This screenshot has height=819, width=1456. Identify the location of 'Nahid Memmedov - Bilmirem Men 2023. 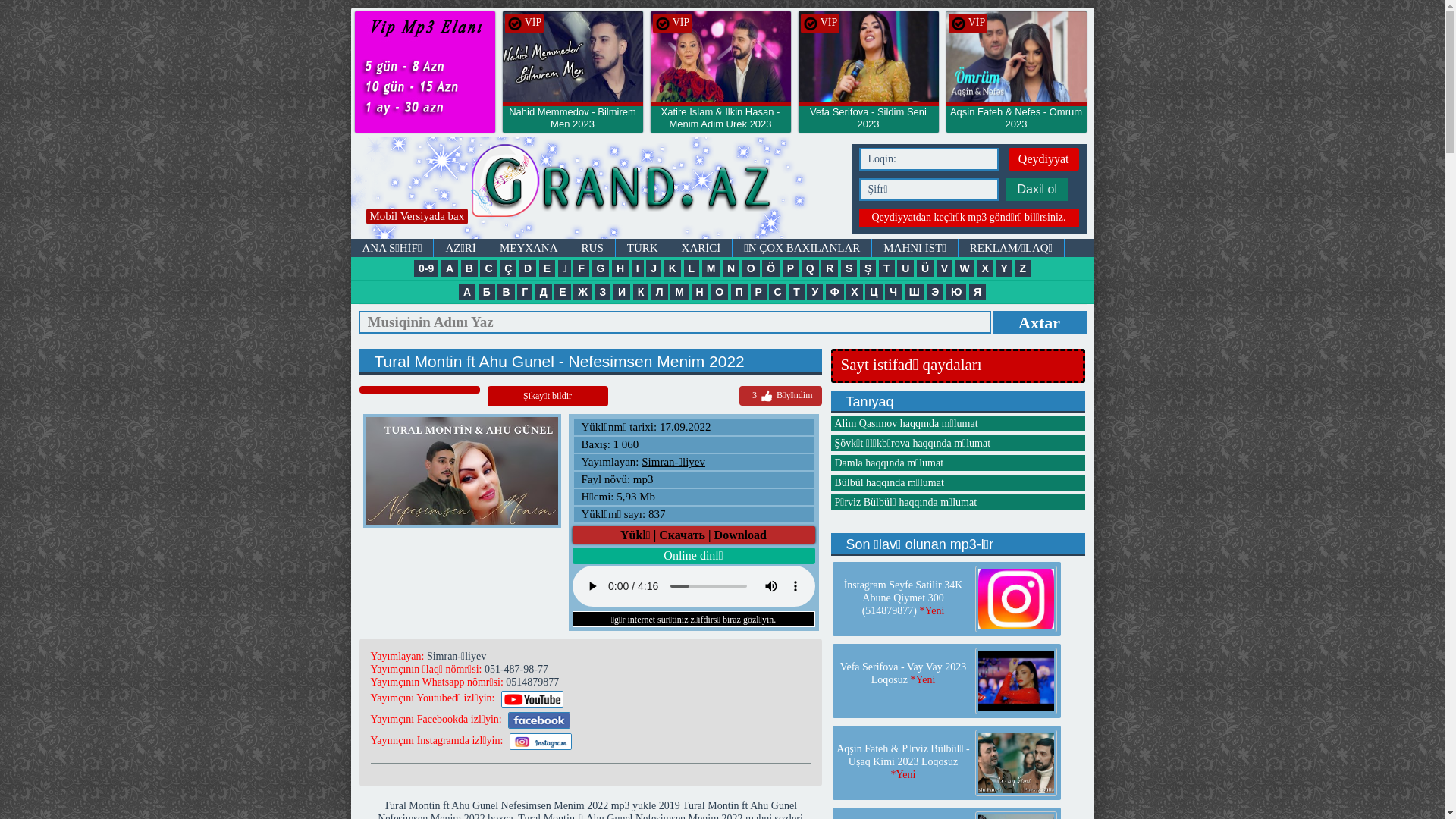
(571, 124).